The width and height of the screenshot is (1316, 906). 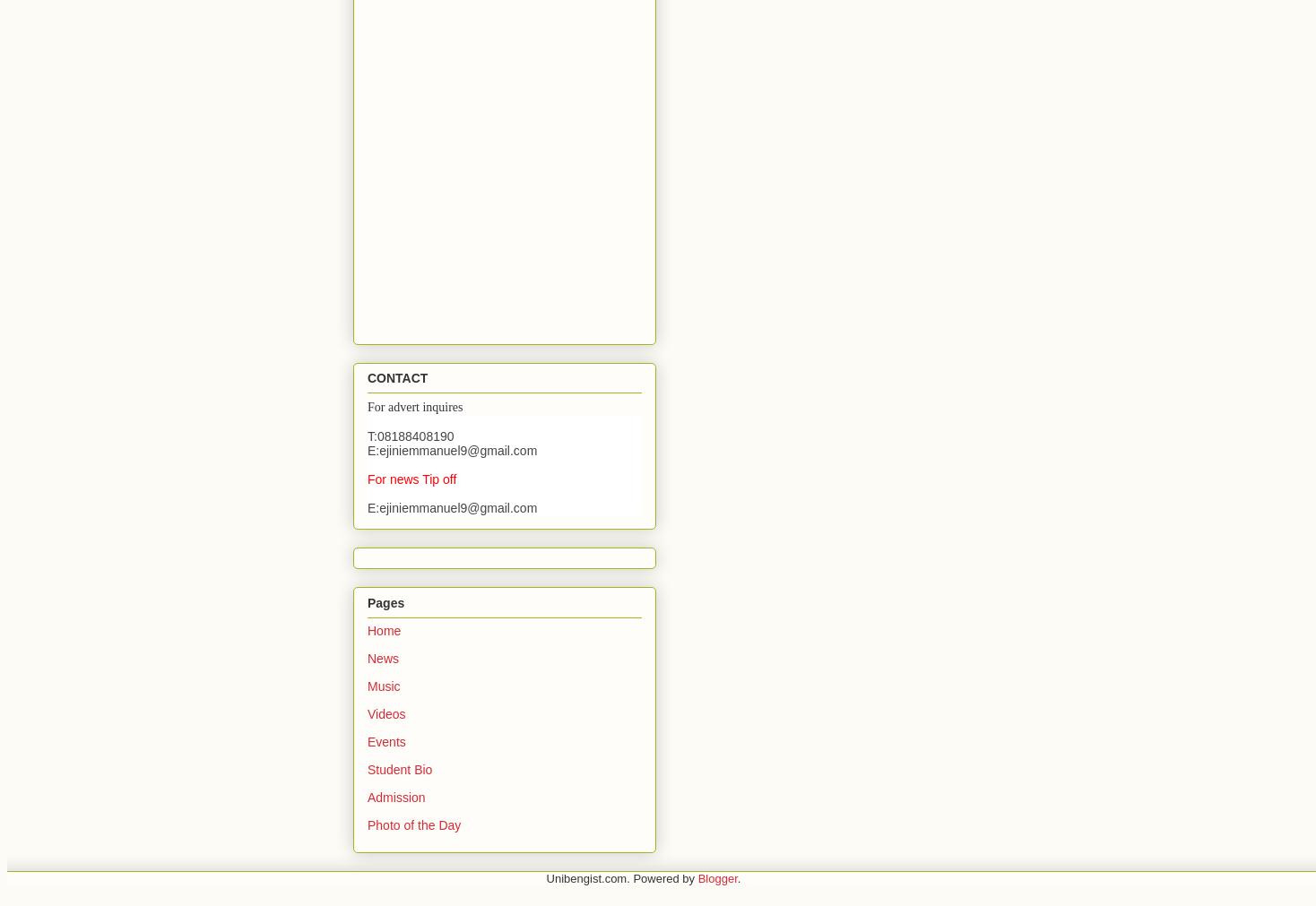 I want to click on 'Blogger', so click(x=717, y=877).